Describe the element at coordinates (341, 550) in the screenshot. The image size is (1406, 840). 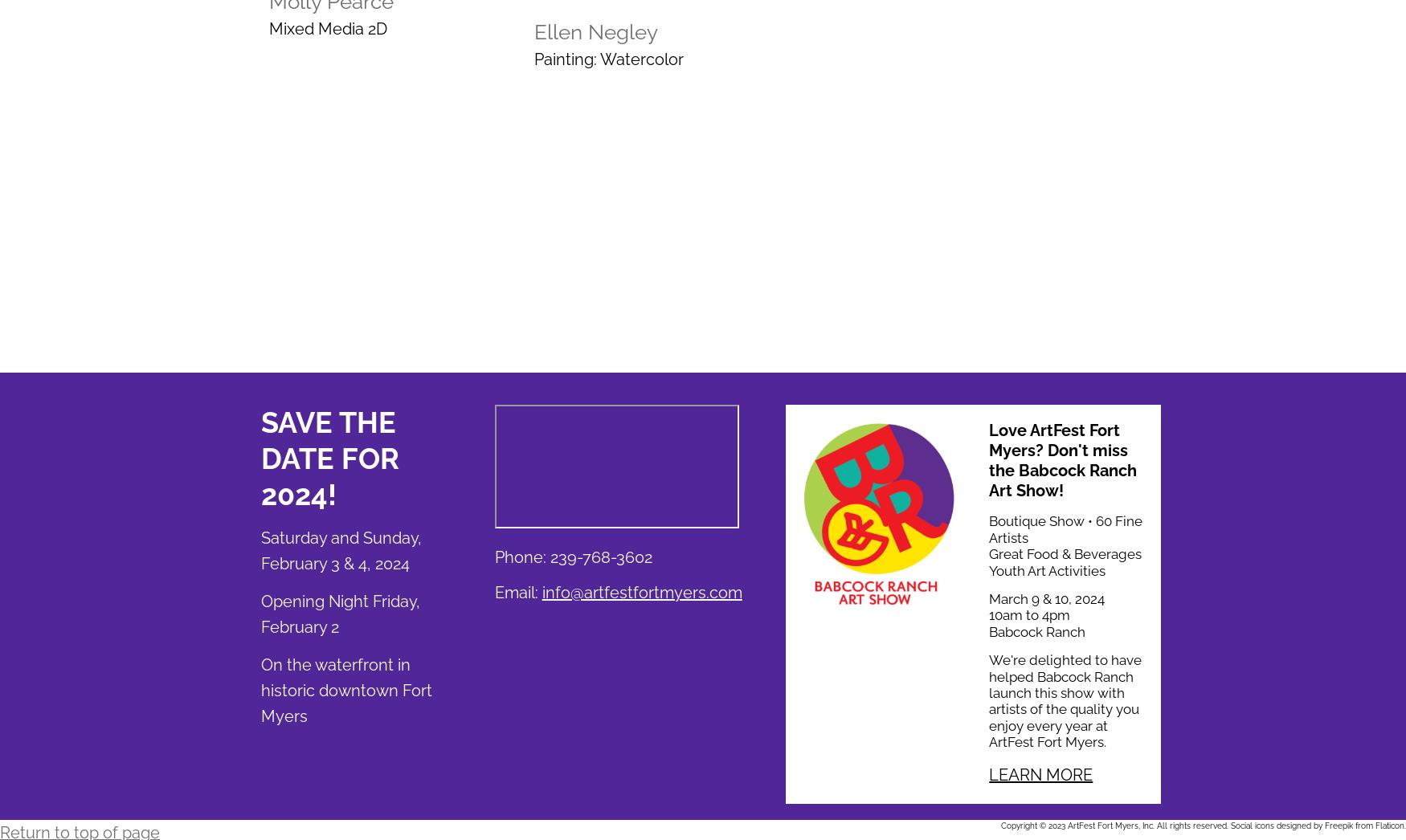
I see `'Saturday and Sunday, February 3 & 4, 2024'` at that location.